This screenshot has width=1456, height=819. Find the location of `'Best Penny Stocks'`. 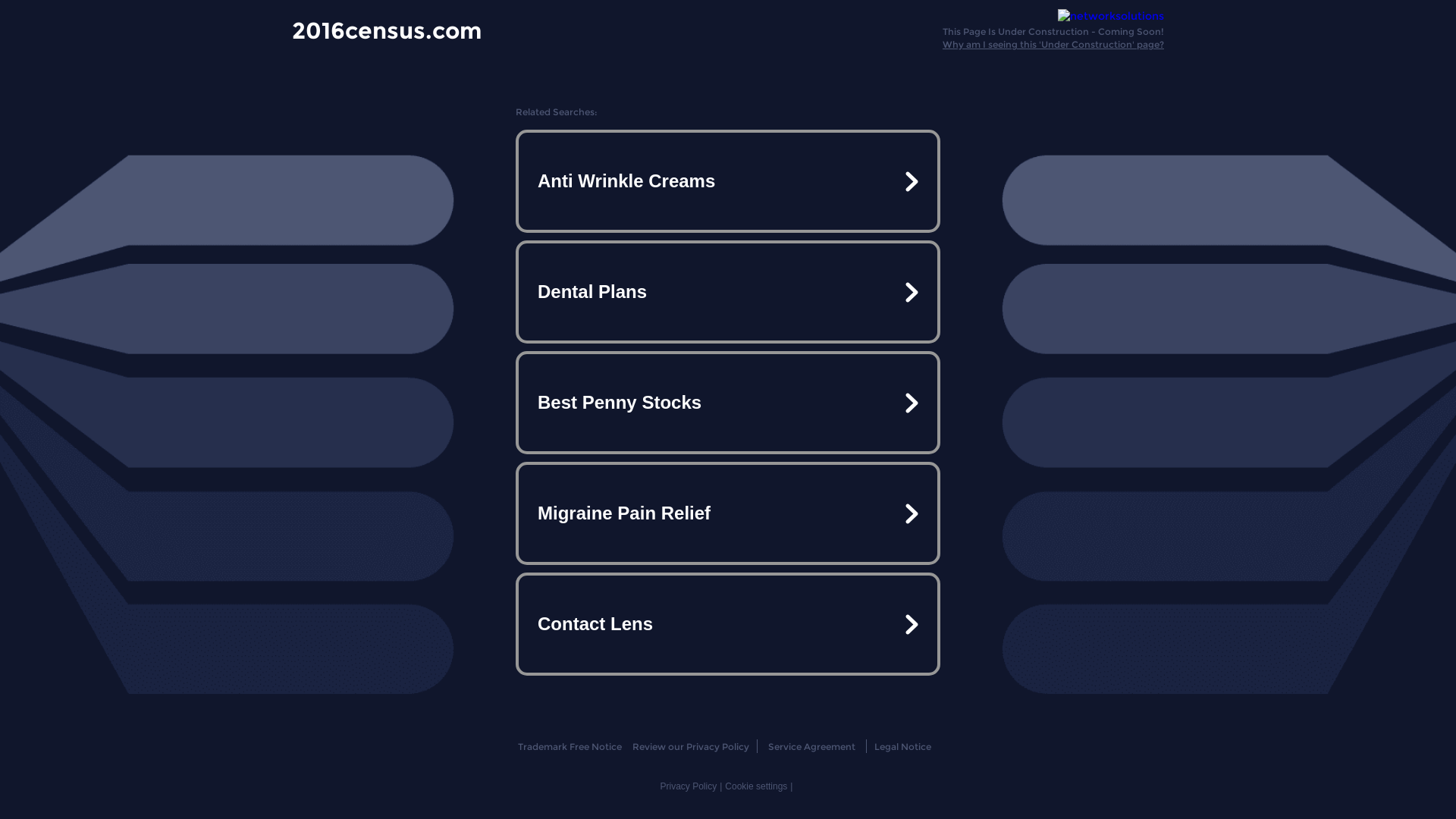

'Best Penny Stocks' is located at coordinates (728, 402).